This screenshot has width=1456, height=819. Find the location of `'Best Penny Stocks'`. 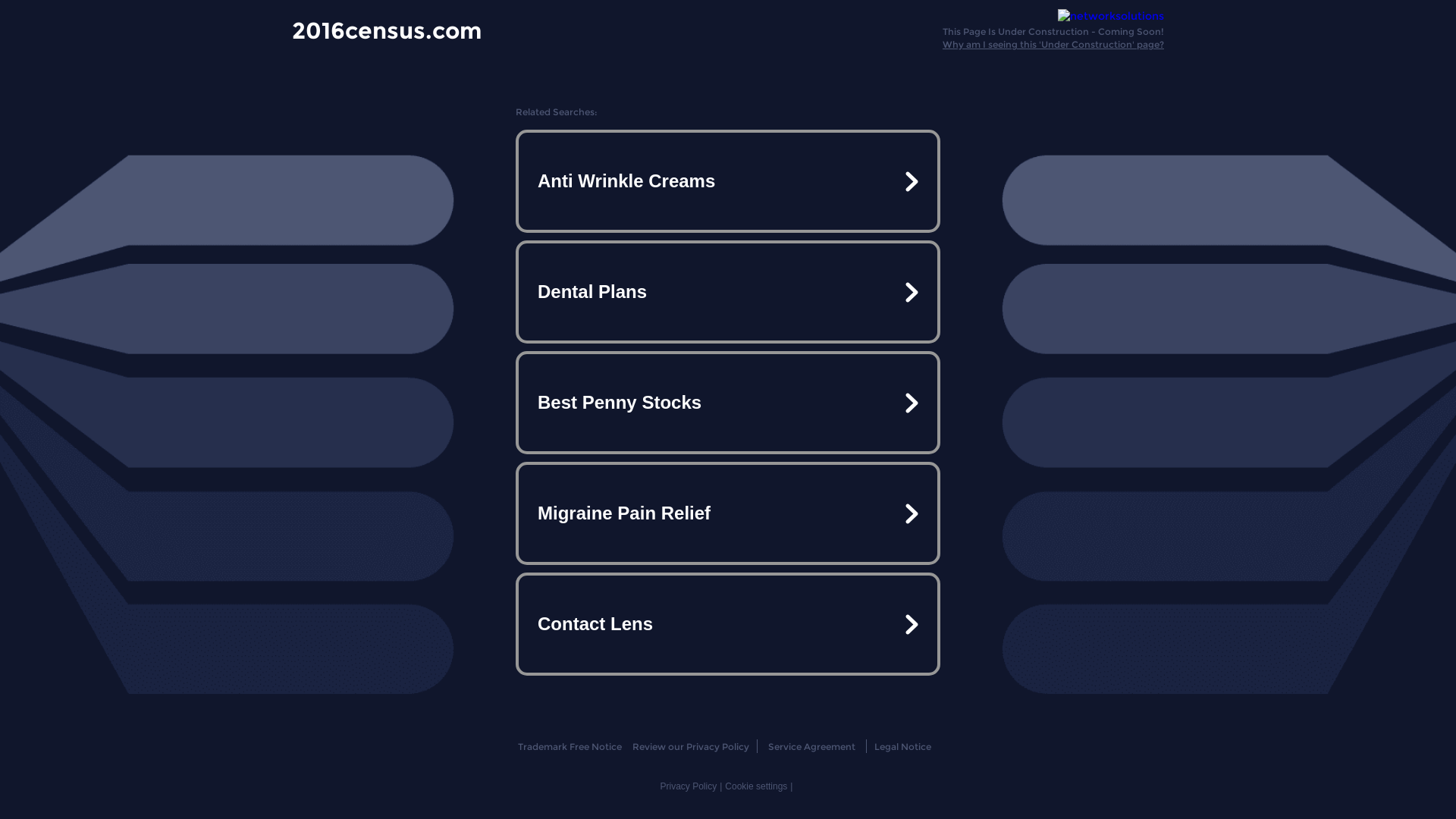

'Best Penny Stocks' is located at coordinates (728, 402).